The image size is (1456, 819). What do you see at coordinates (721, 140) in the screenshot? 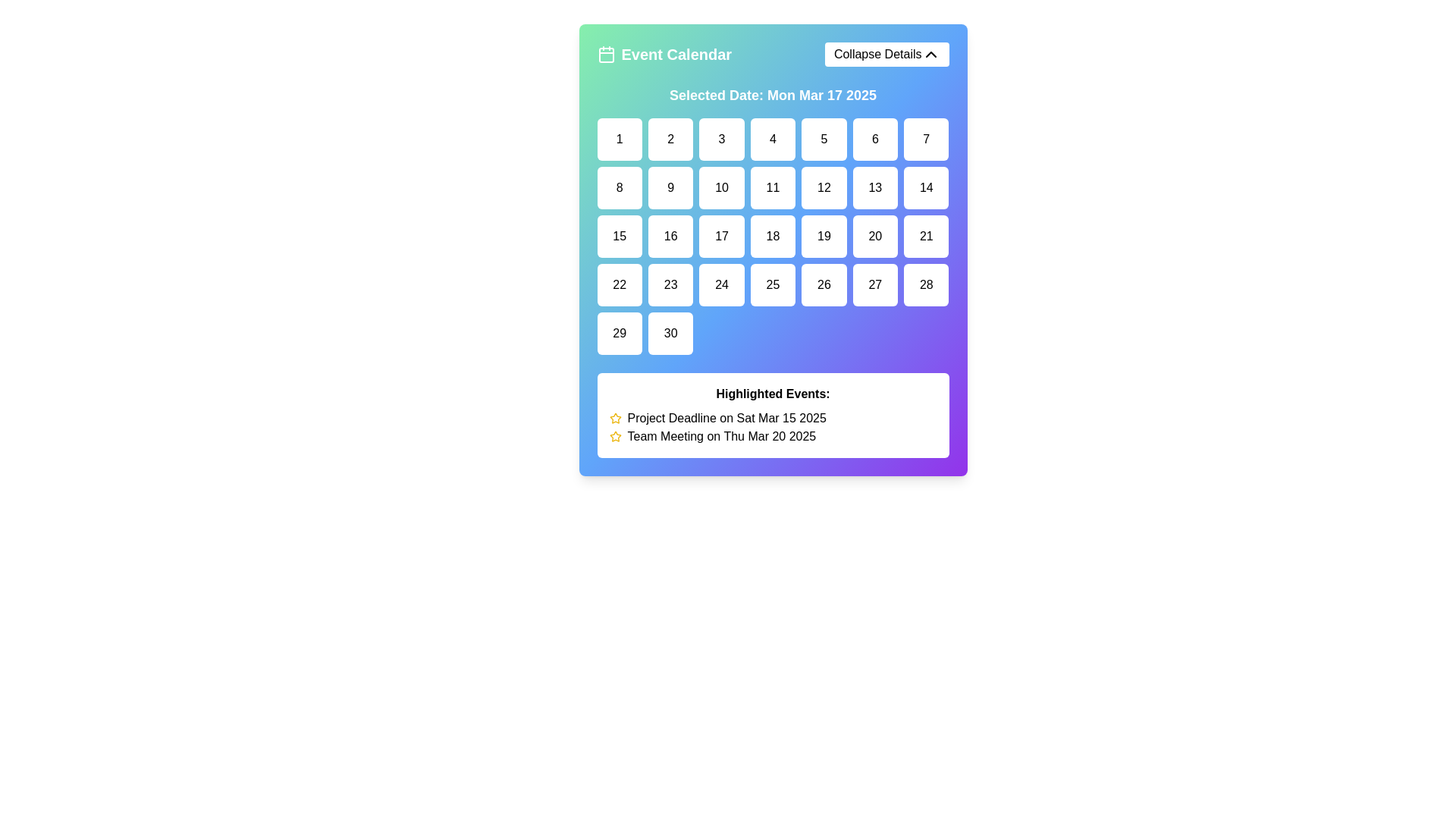
I see `the button representing the date '3' in the calendar interface to observe the hover effect` at bounding box center [721, 140].